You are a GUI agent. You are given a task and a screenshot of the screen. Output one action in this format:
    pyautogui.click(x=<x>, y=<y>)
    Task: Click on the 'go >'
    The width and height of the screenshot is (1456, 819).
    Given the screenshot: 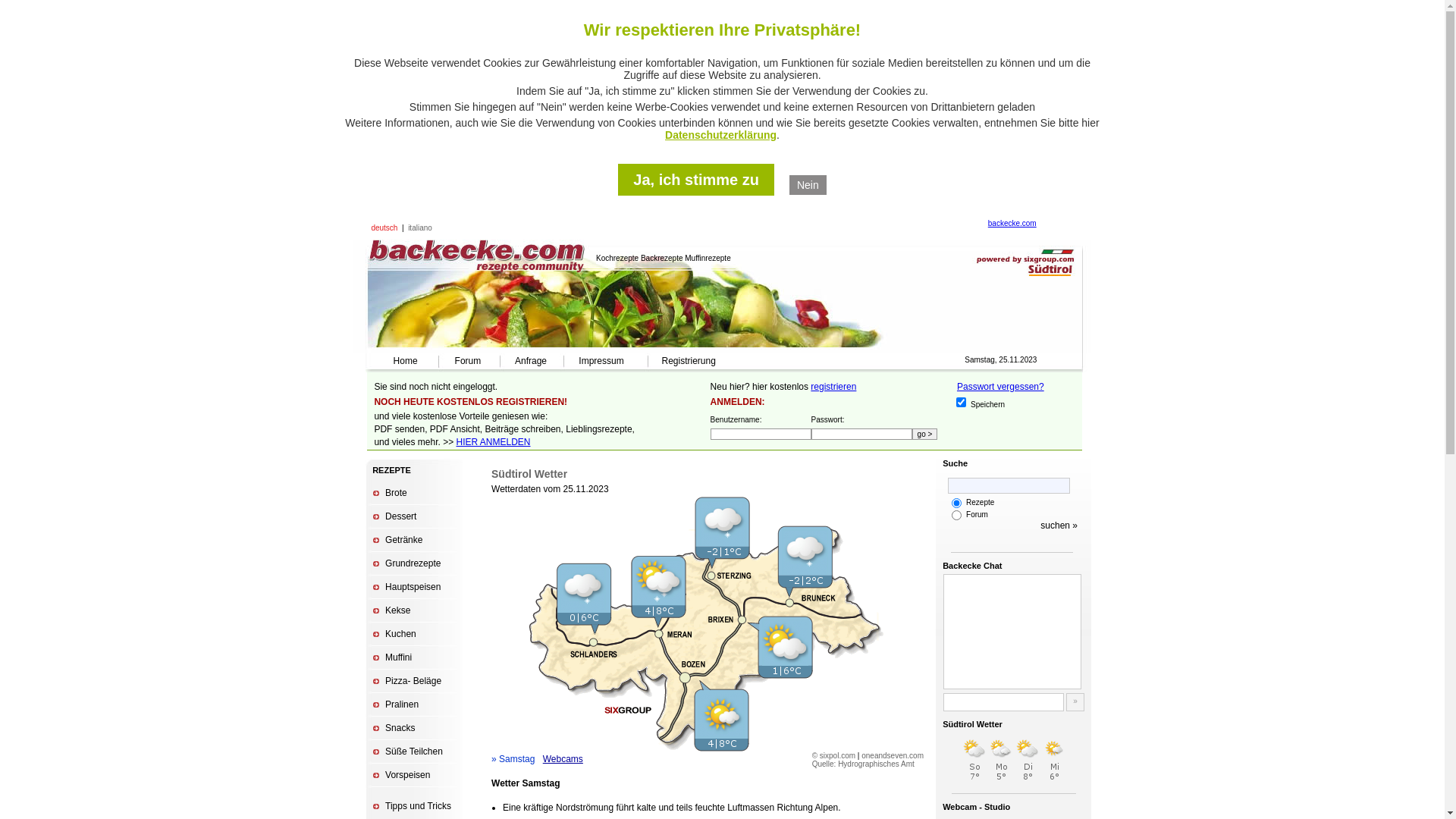 What is the action you would take?
    pyautogui.click(x=924, y=434)
    